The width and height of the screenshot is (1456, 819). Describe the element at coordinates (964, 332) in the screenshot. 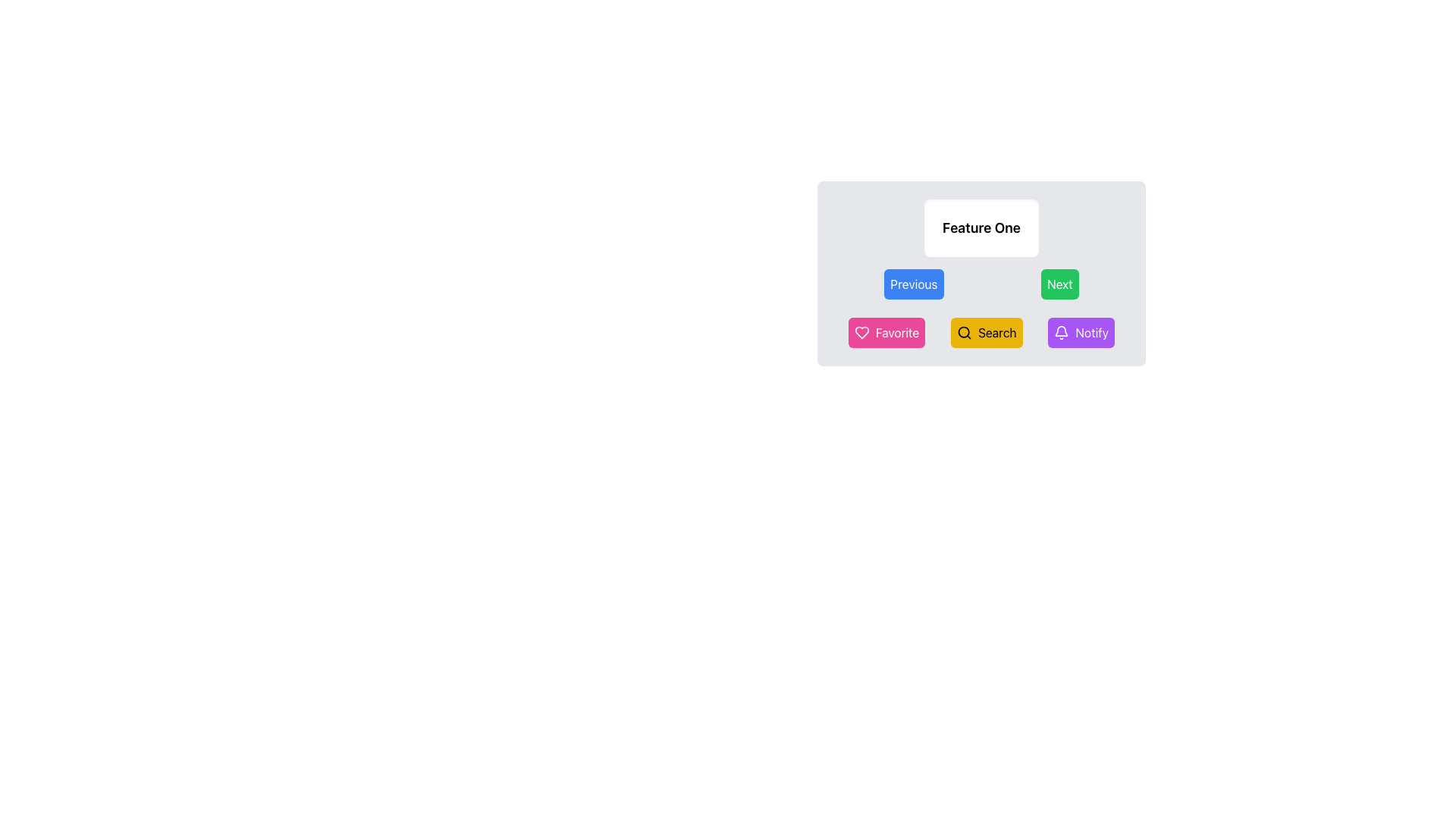

I see `the yellow 'Search' button containing the magnifying glass icon` at that location.